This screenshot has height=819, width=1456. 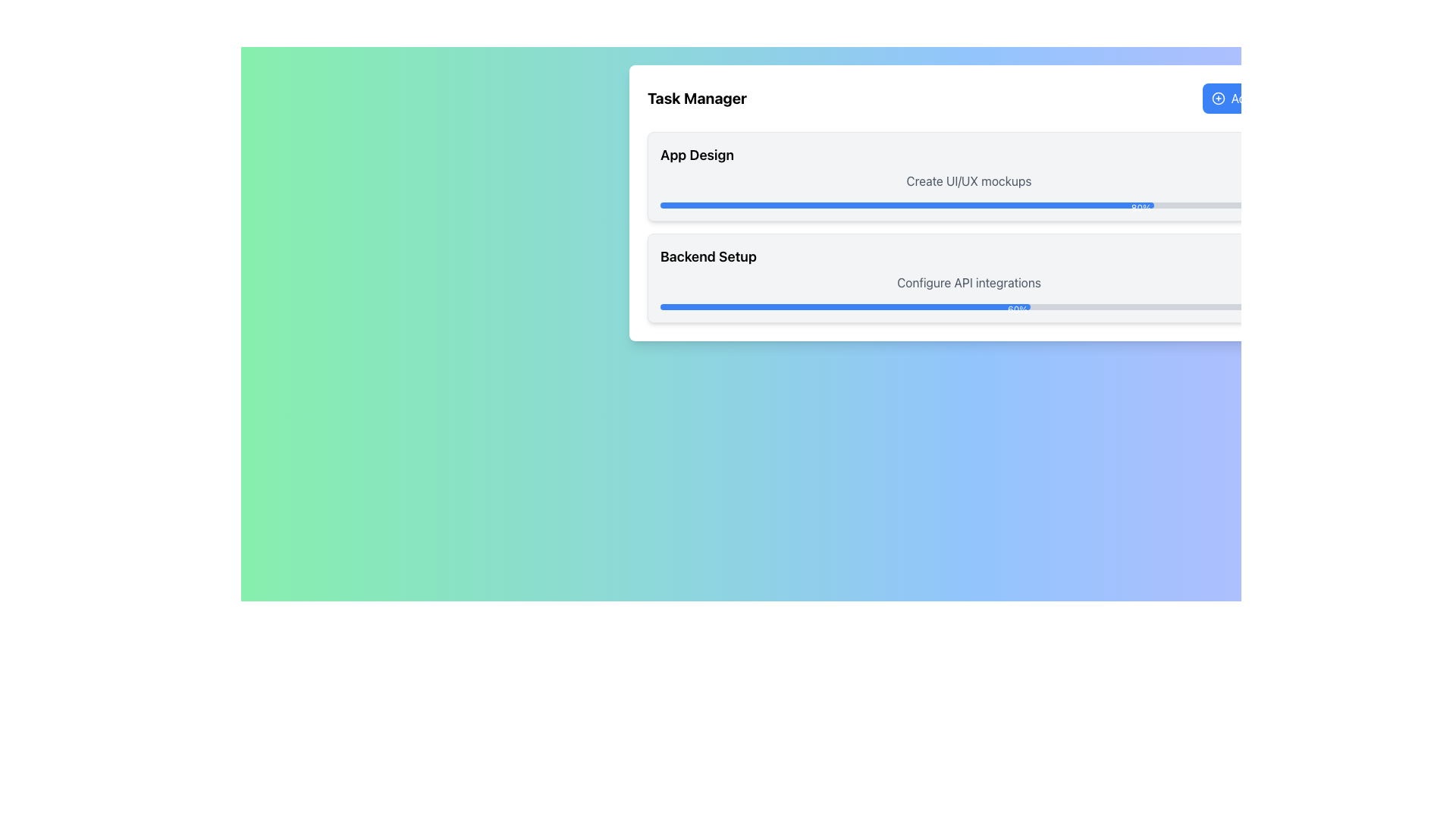 I want to click on the 'circle-plus' icon button located to the left of the 'Add Task' text in the top-right corner of the layout, so click(x=1218, y=99).